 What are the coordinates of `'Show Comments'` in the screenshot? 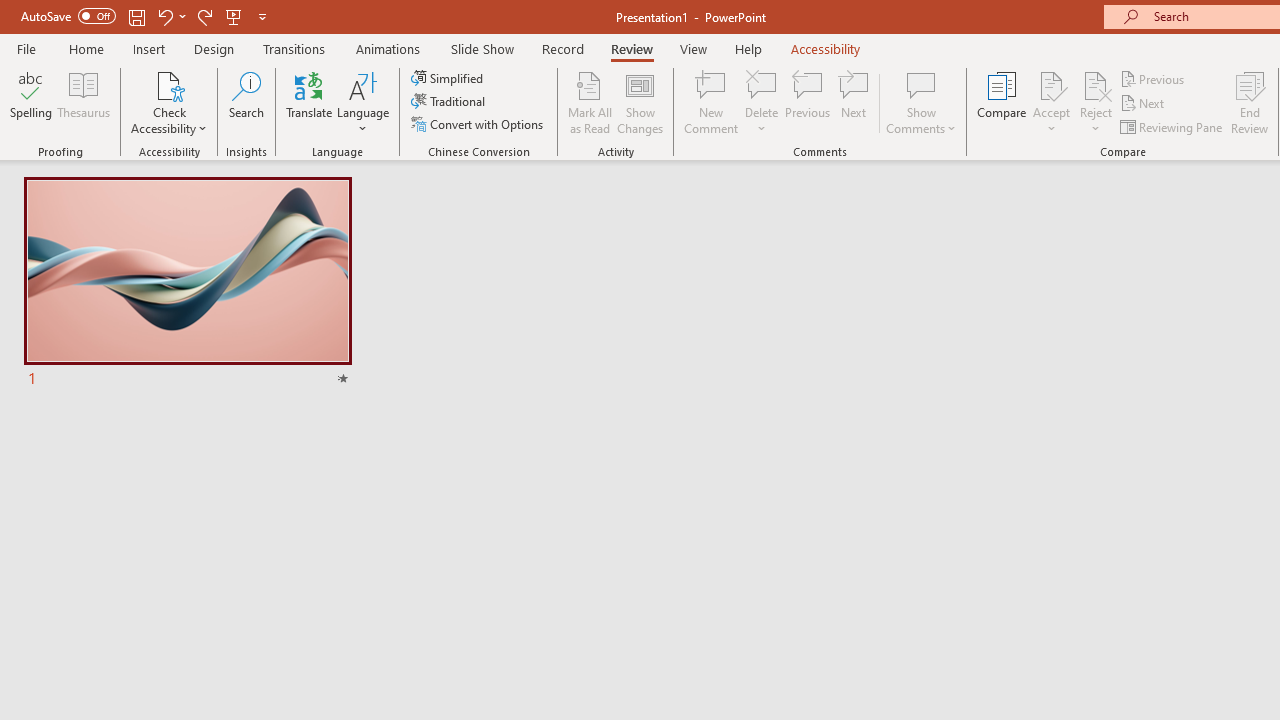 It's located at (920, 103).